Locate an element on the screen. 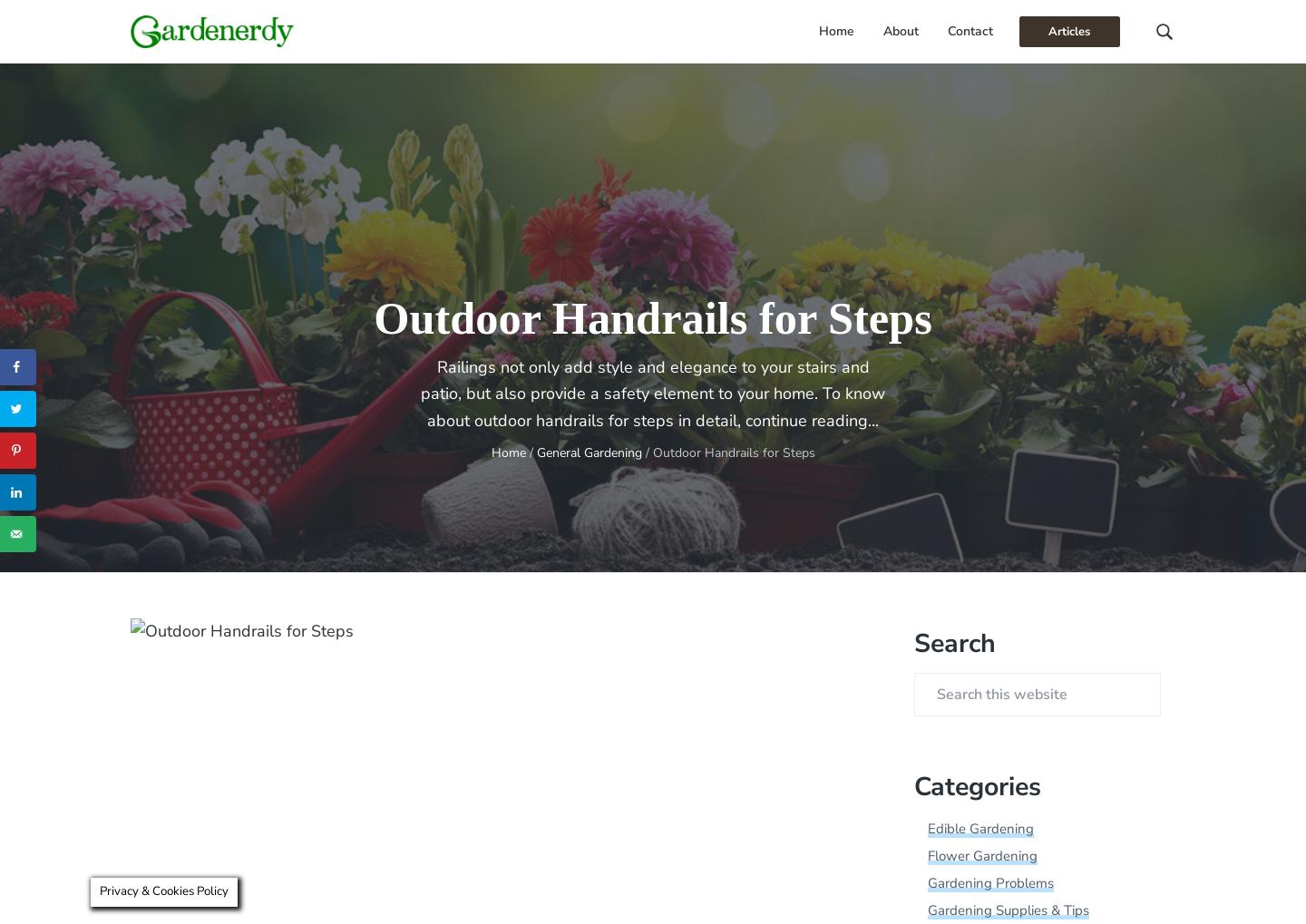 The image size is (1306, 924). 'Privacy & Cookies Policy' is located at coordinates (164, 891).